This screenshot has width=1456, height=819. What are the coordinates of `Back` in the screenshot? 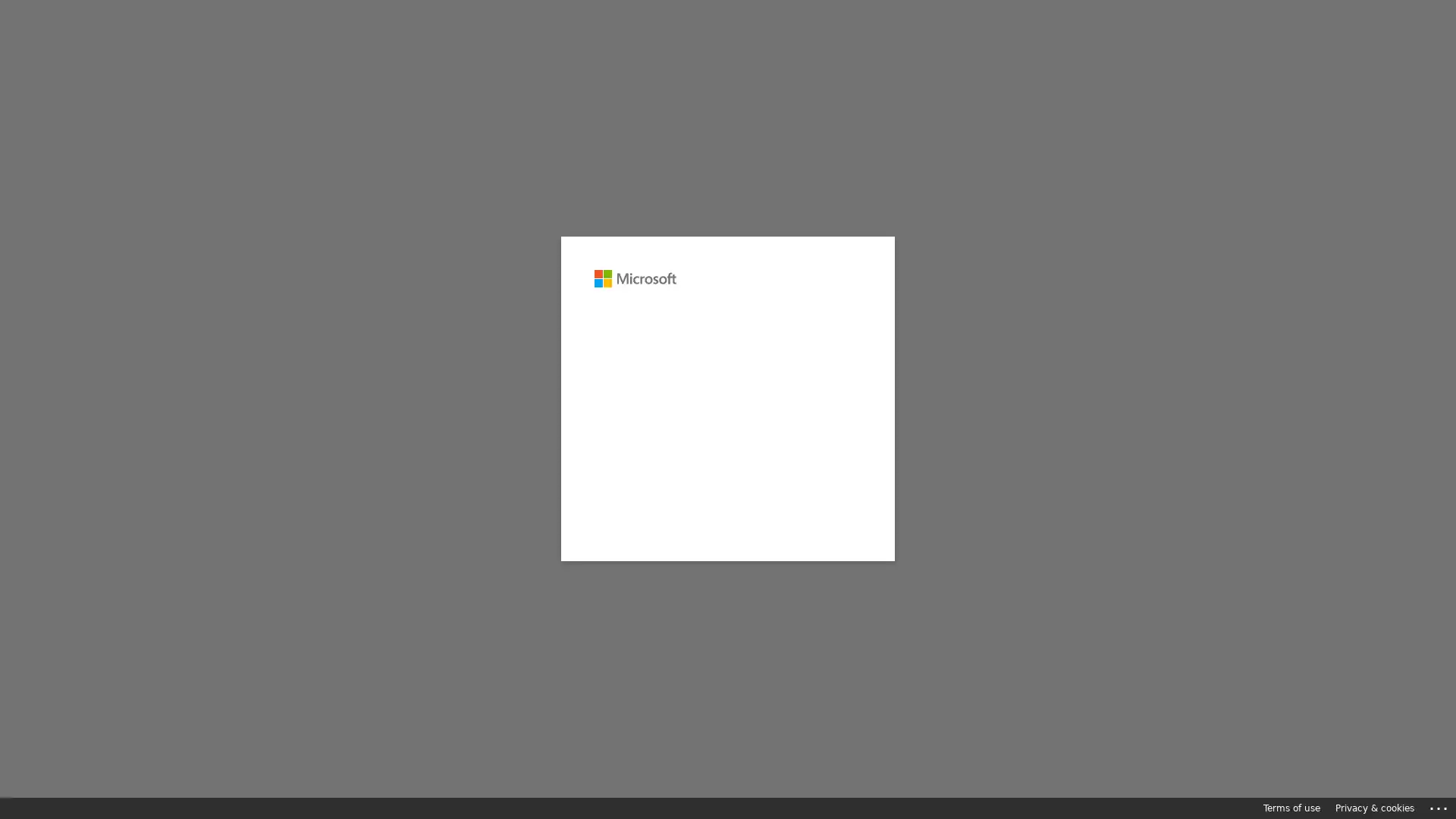 It's located at (735, 382).